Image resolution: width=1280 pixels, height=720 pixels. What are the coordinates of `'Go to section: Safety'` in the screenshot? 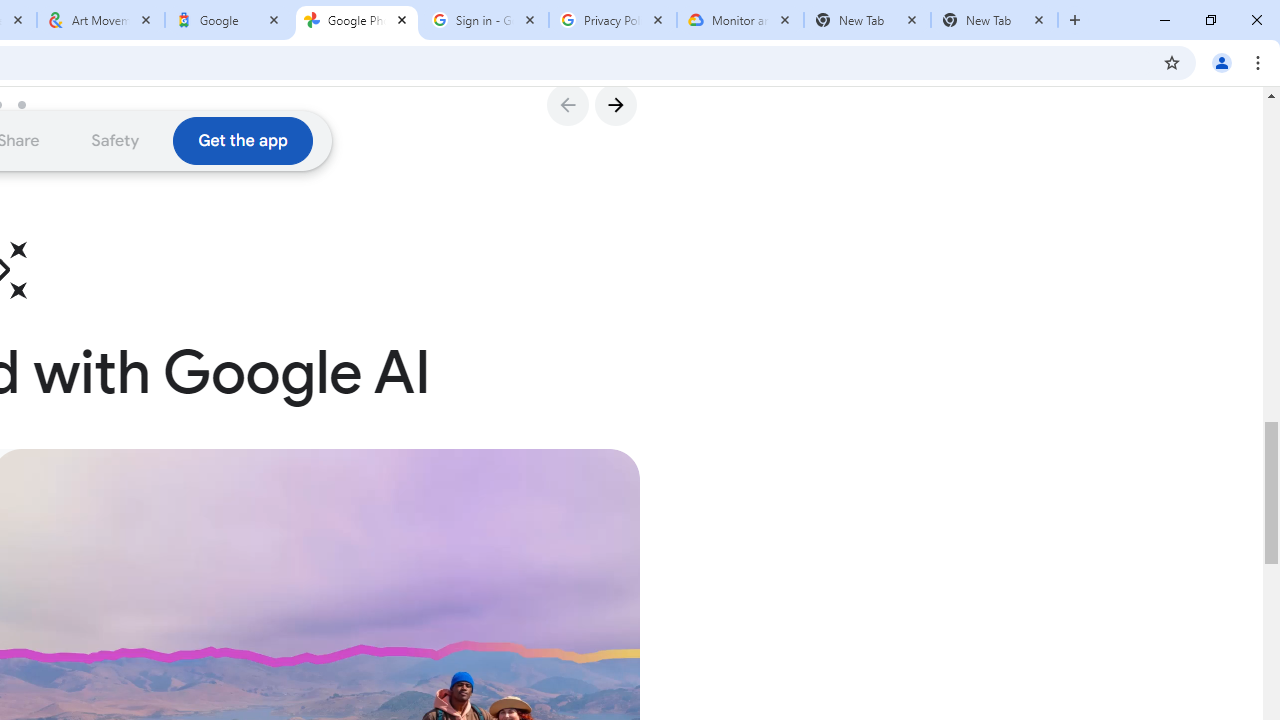 It's located at (114, 139).